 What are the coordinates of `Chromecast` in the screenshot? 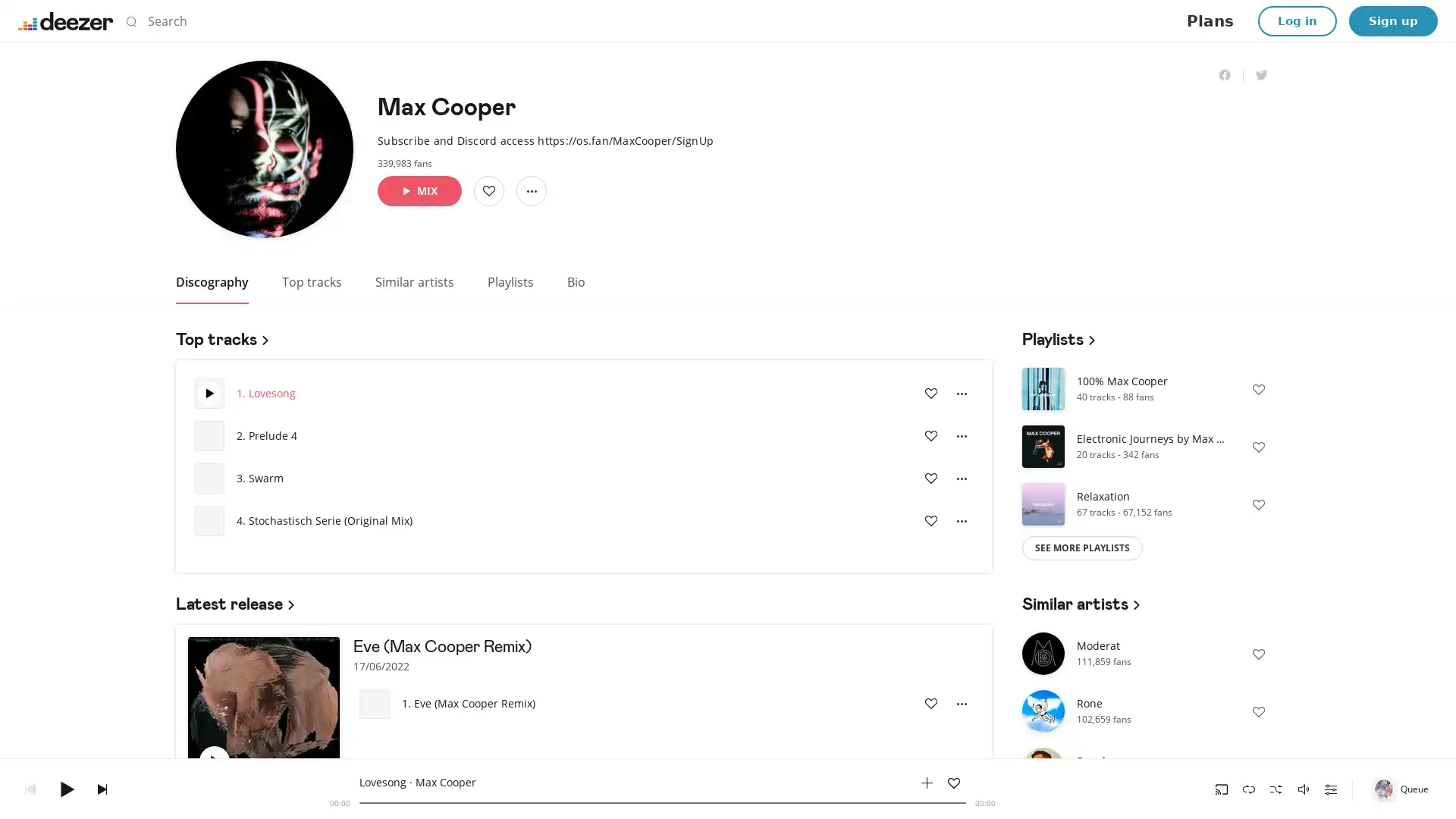 It's located at (1222, 788).